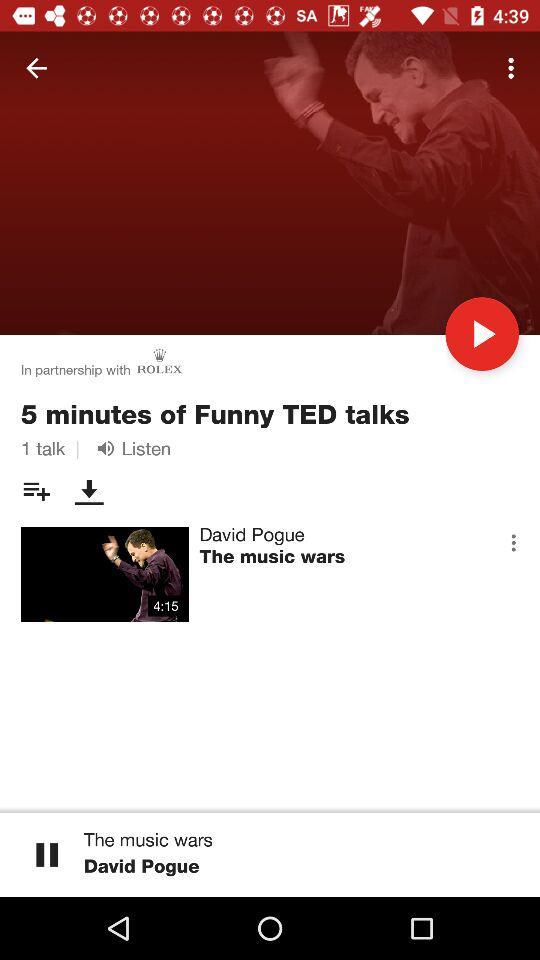 This screenshot has height=960, width=540. I want to click on icon to the right of the |, so click(130, 448).